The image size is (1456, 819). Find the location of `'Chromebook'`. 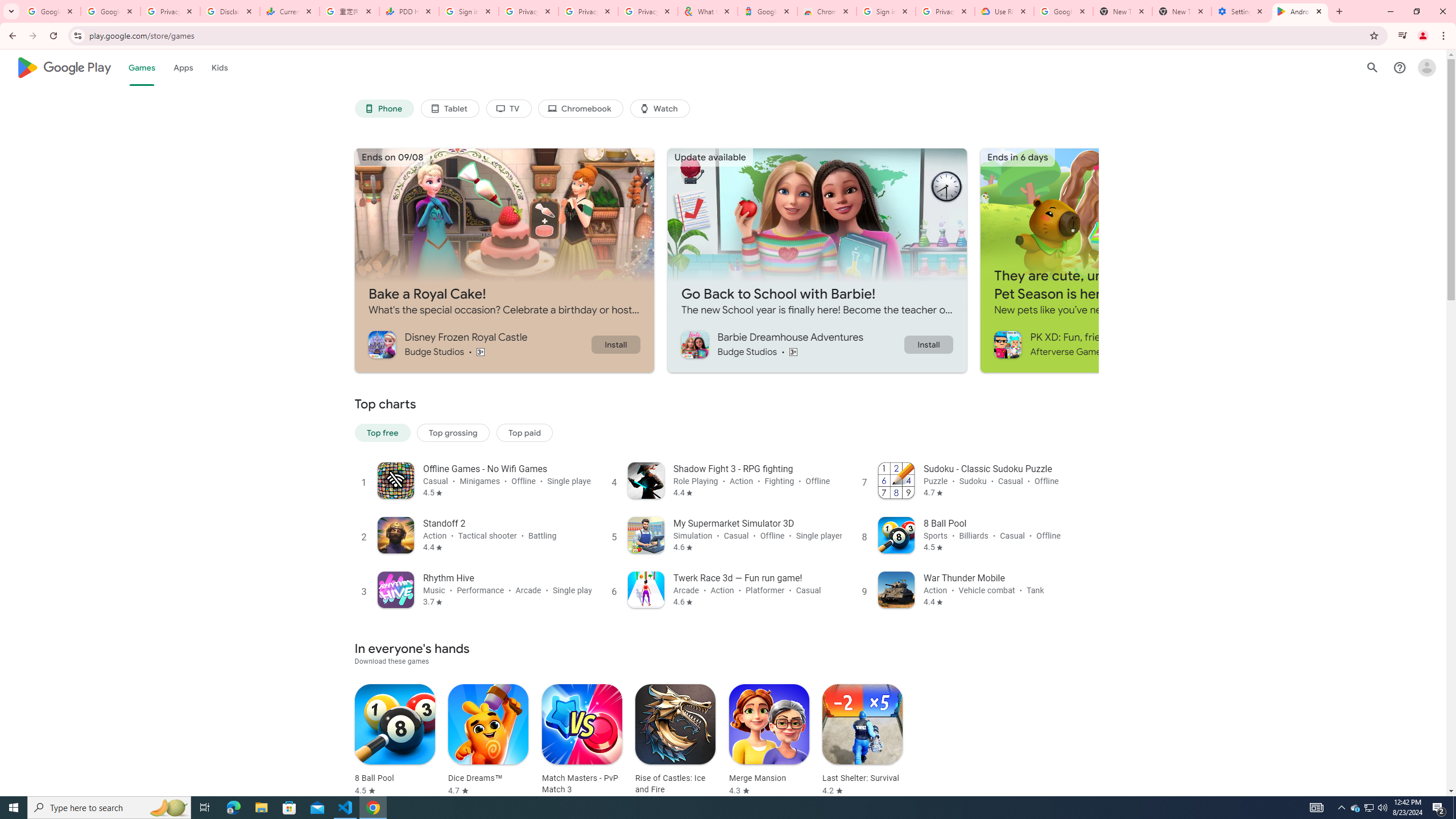

'Chromebook' is located at coordinates (581, 109).